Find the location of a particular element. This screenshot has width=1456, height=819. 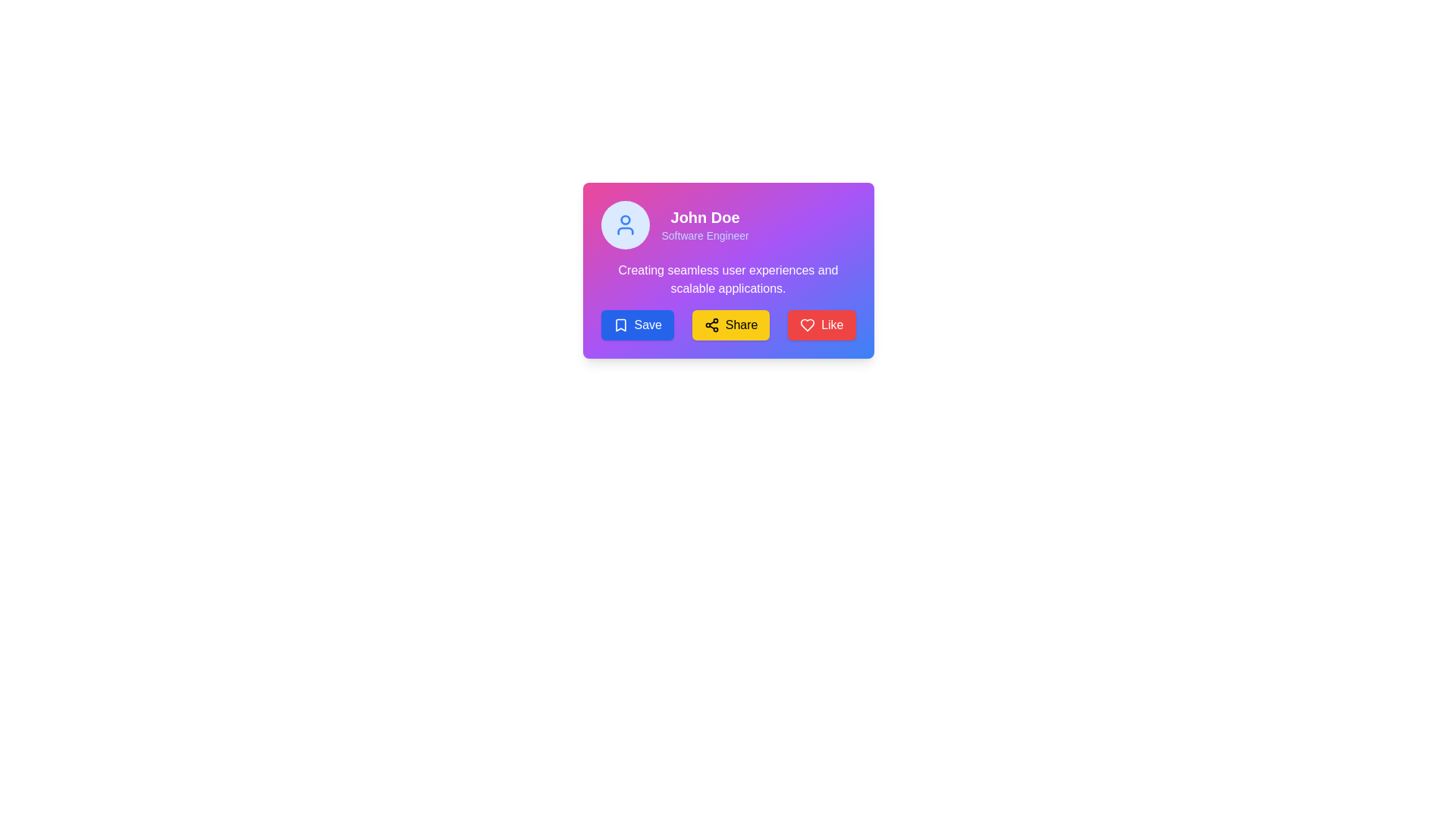

the middle button in the horizontal row of three buttons is located at coordinates (731, 324).